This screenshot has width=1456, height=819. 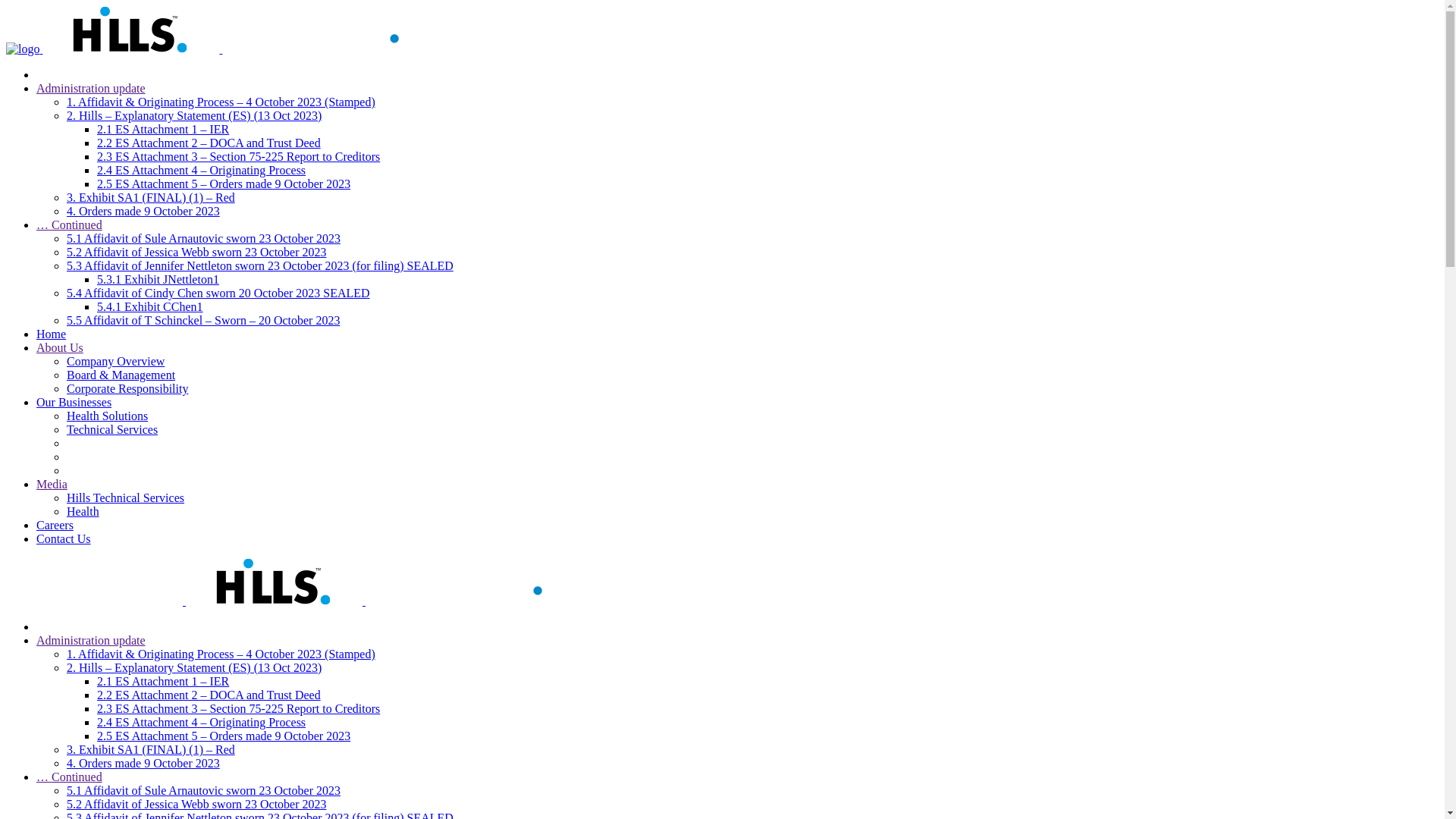 I want to click on 'Home', so click(x=51, y=333).